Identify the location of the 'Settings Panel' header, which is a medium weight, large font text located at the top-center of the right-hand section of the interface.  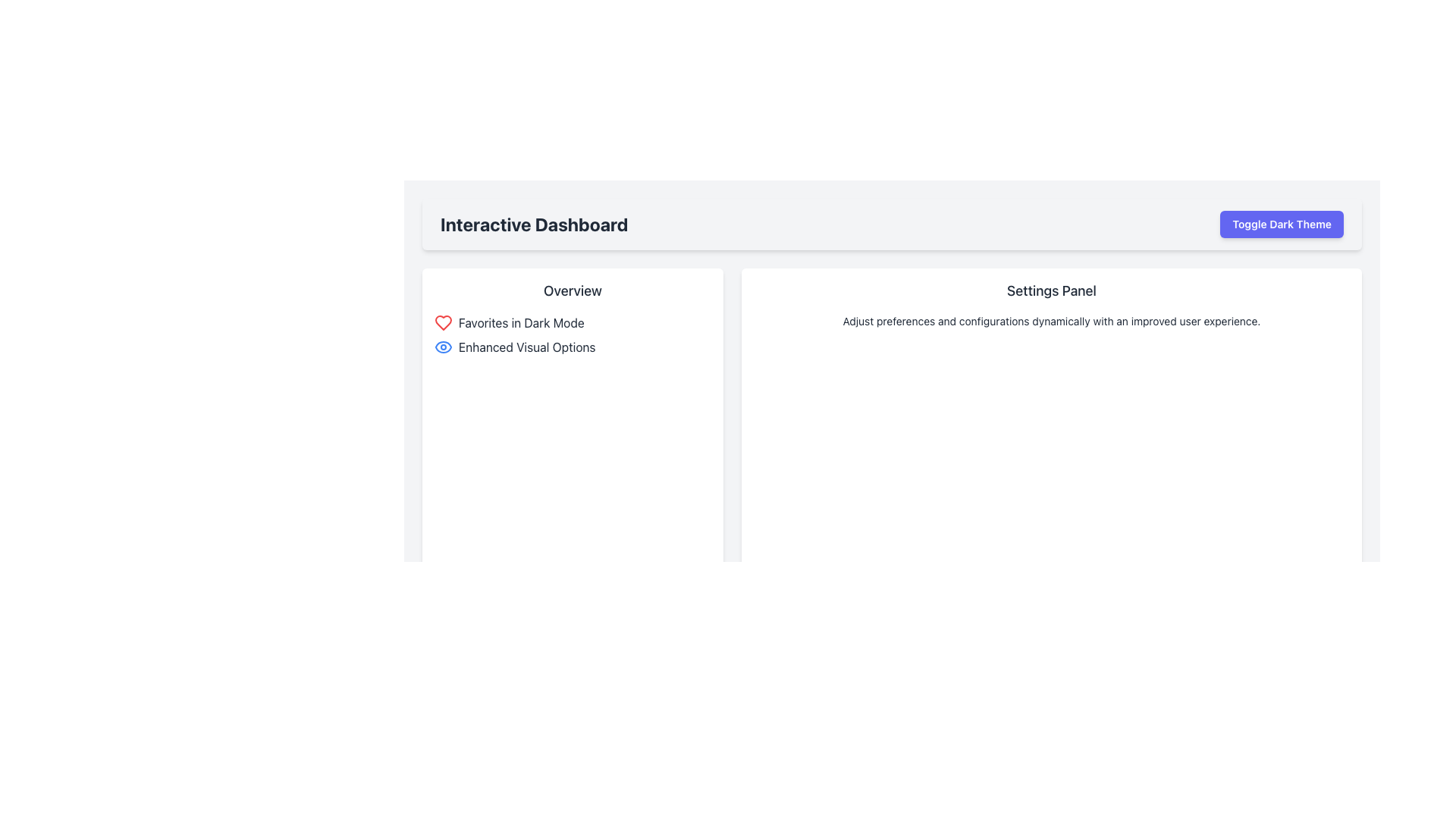
(1051, 291).